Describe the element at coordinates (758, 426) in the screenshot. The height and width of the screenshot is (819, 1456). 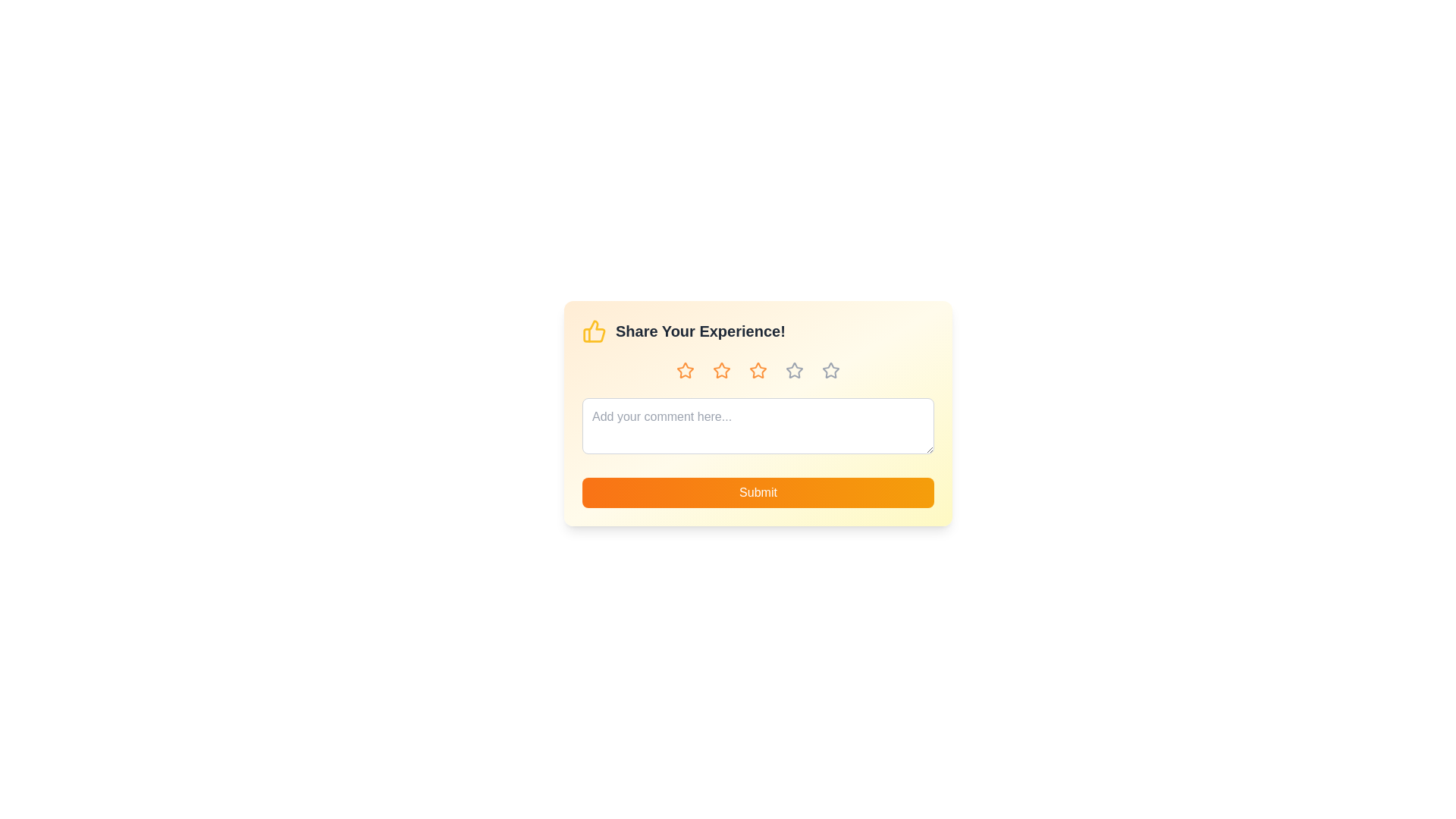
I see `the text area and type the feedback` at that location.